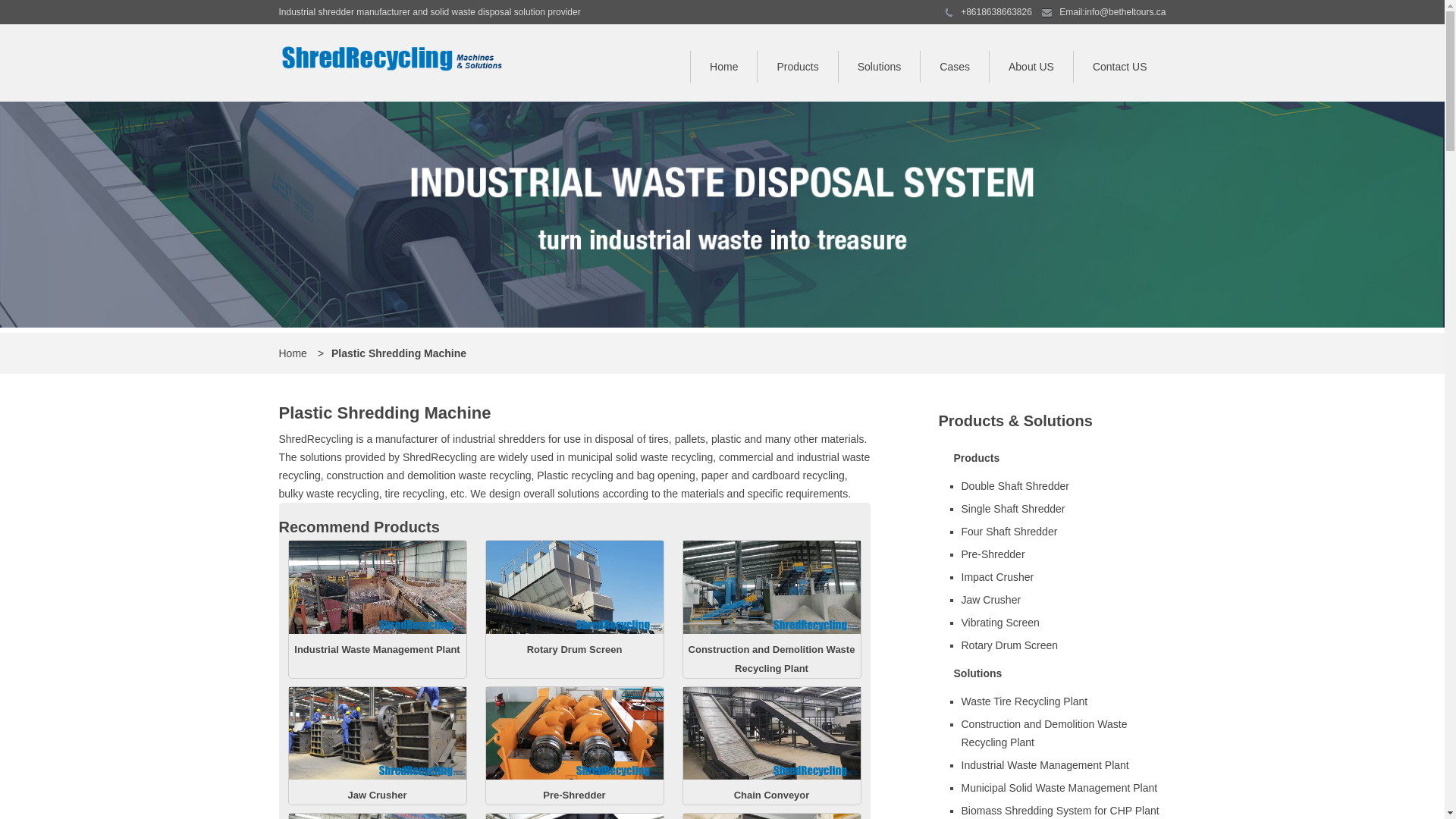 The width and height of the screenshot is (1456, 819). I want to click on 'Chain Conveyor', so click(771, 794).